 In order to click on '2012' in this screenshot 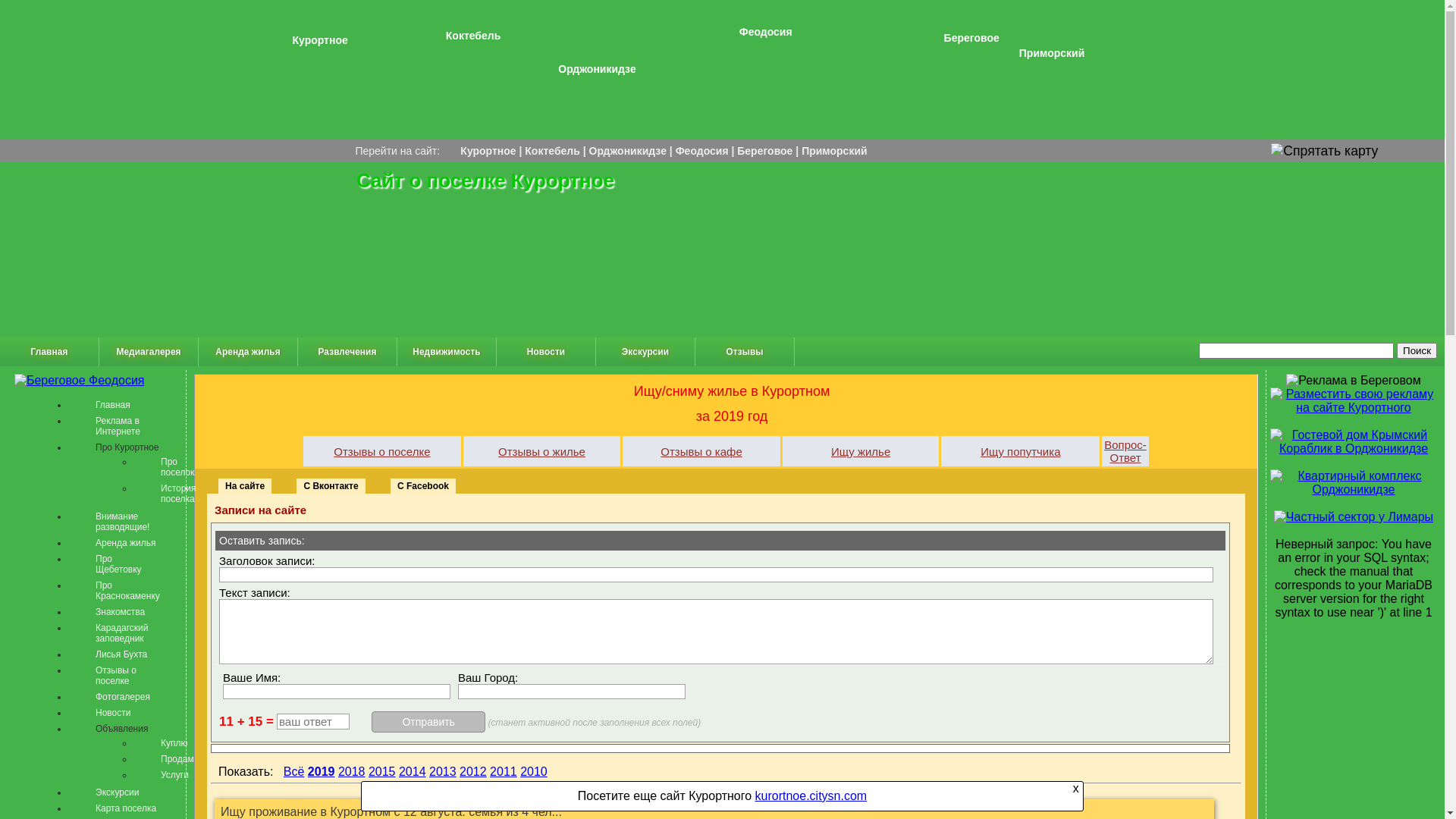, I will do `click(472, 771)`.